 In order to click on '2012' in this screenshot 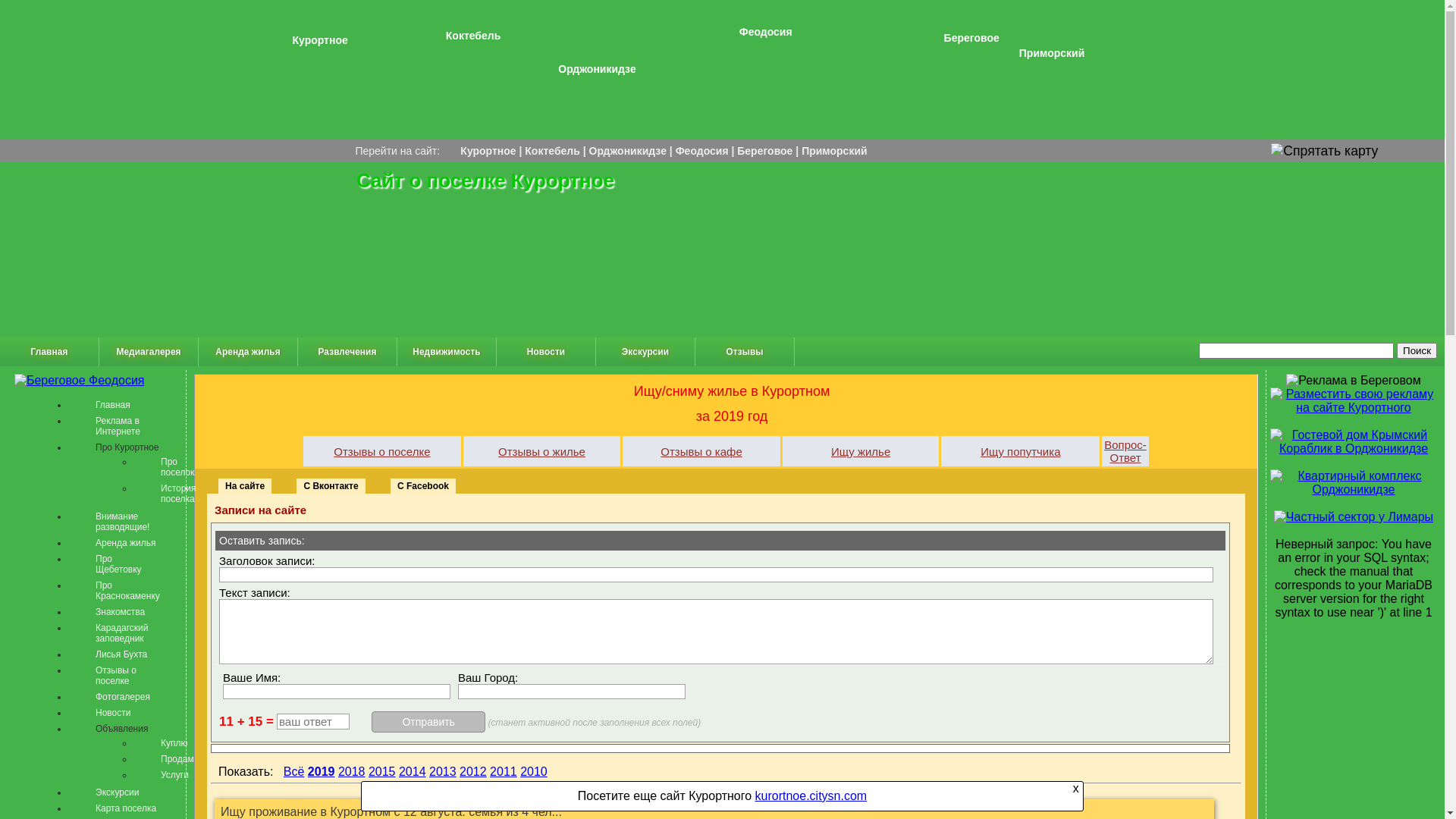, I will do `click(472, 771)`.